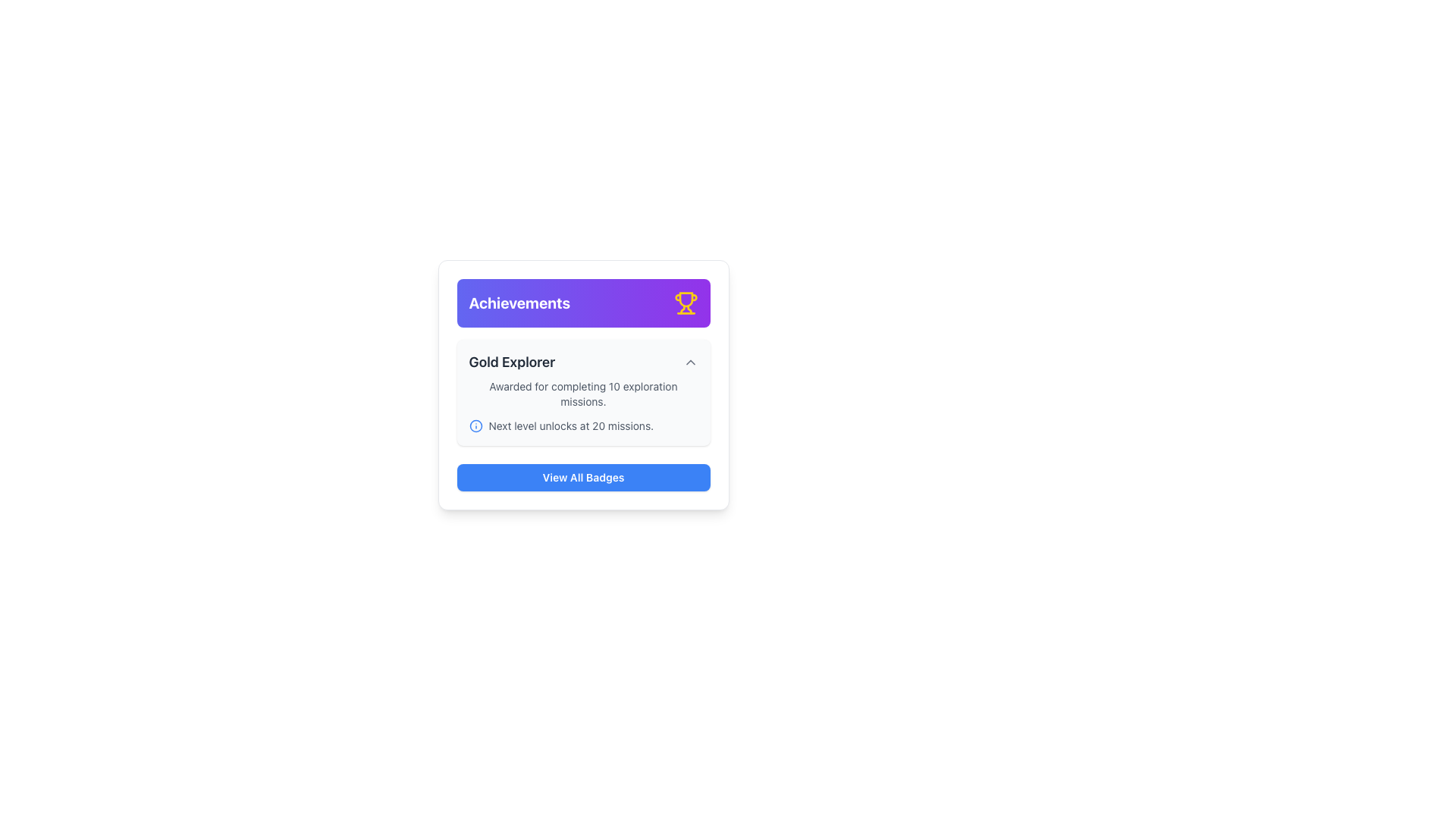 This screenshot has height=819, width=1456. What do you see at coordinates (689, 309) in the screenshot?
I see `the right handle detailing of the trophy shape, which is styled with a yellow class ('text-yellow-400') within the SVG graphic in the Achievements section` at bounding box center [689, 309].